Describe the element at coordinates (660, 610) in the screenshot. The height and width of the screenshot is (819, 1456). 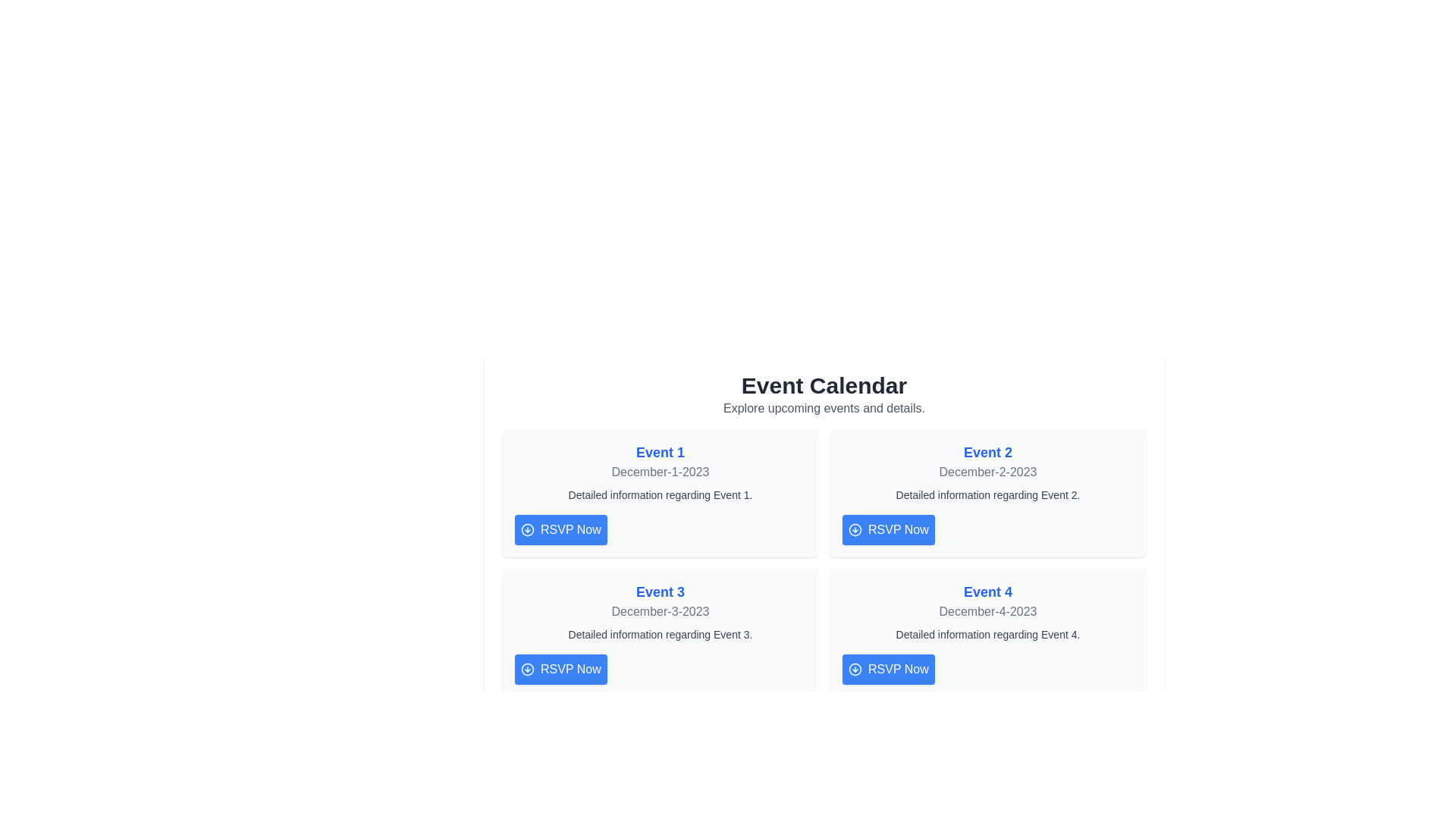
I see `the text label that provides the date information for 'Event 3', positioned below the title and above the description text` at that location.